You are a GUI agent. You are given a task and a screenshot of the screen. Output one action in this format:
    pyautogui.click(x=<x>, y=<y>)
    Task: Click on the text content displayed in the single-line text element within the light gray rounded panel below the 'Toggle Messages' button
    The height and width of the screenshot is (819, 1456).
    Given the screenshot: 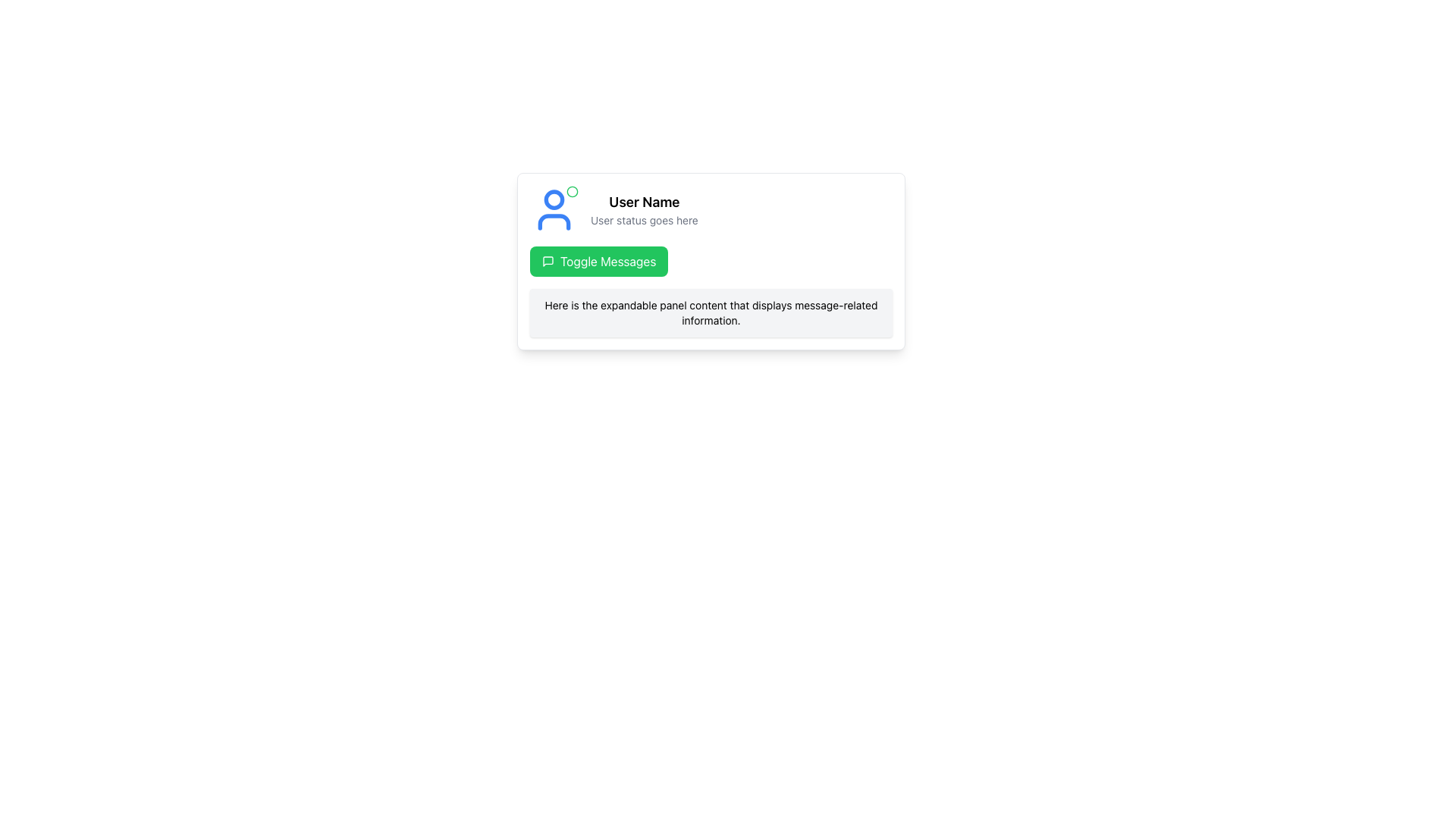 What is the action you would take?
    pyautogui.click(x=710, y=312)
    